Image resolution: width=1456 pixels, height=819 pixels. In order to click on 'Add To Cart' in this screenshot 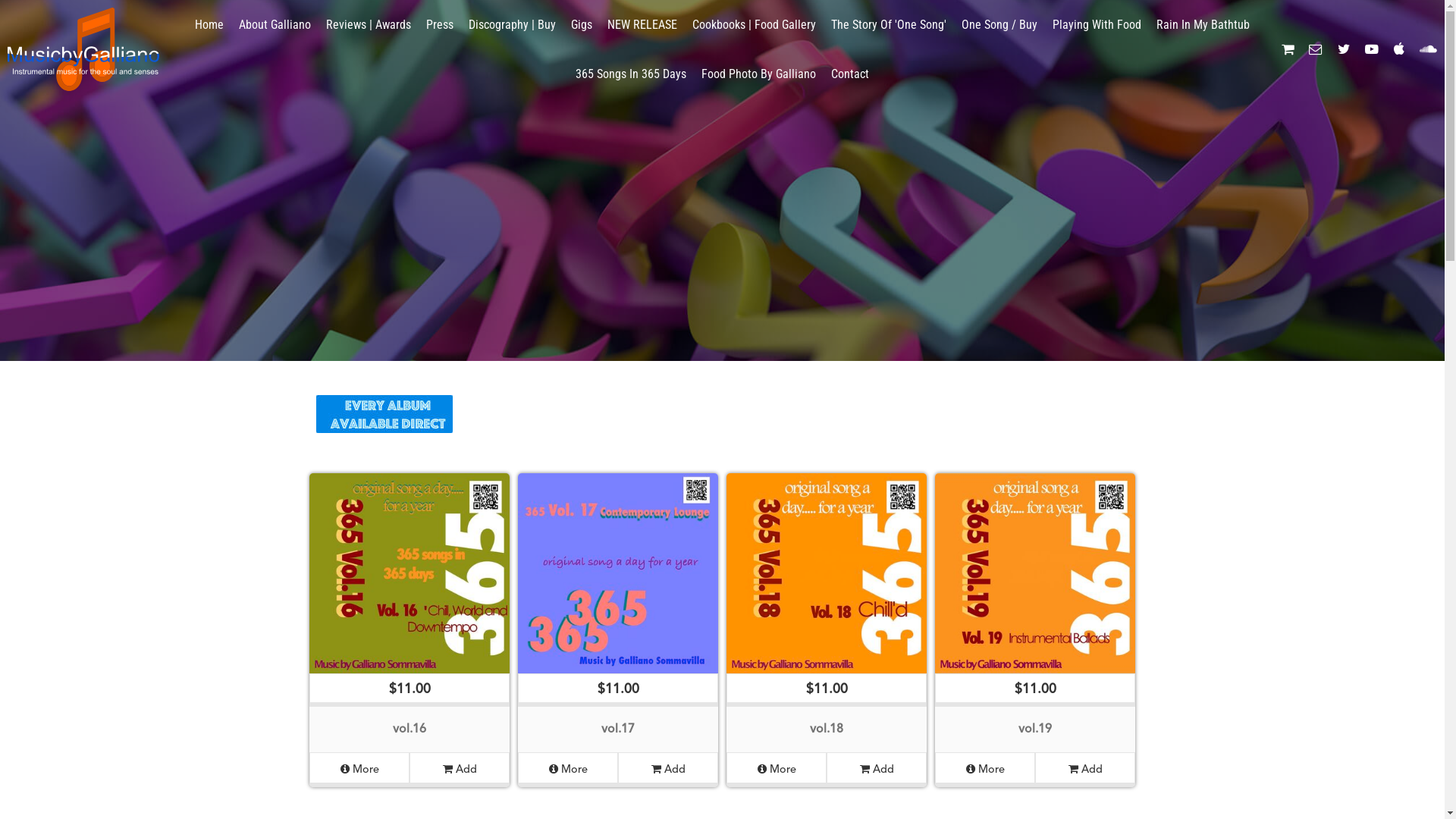, I will do `click(32, 7)`.